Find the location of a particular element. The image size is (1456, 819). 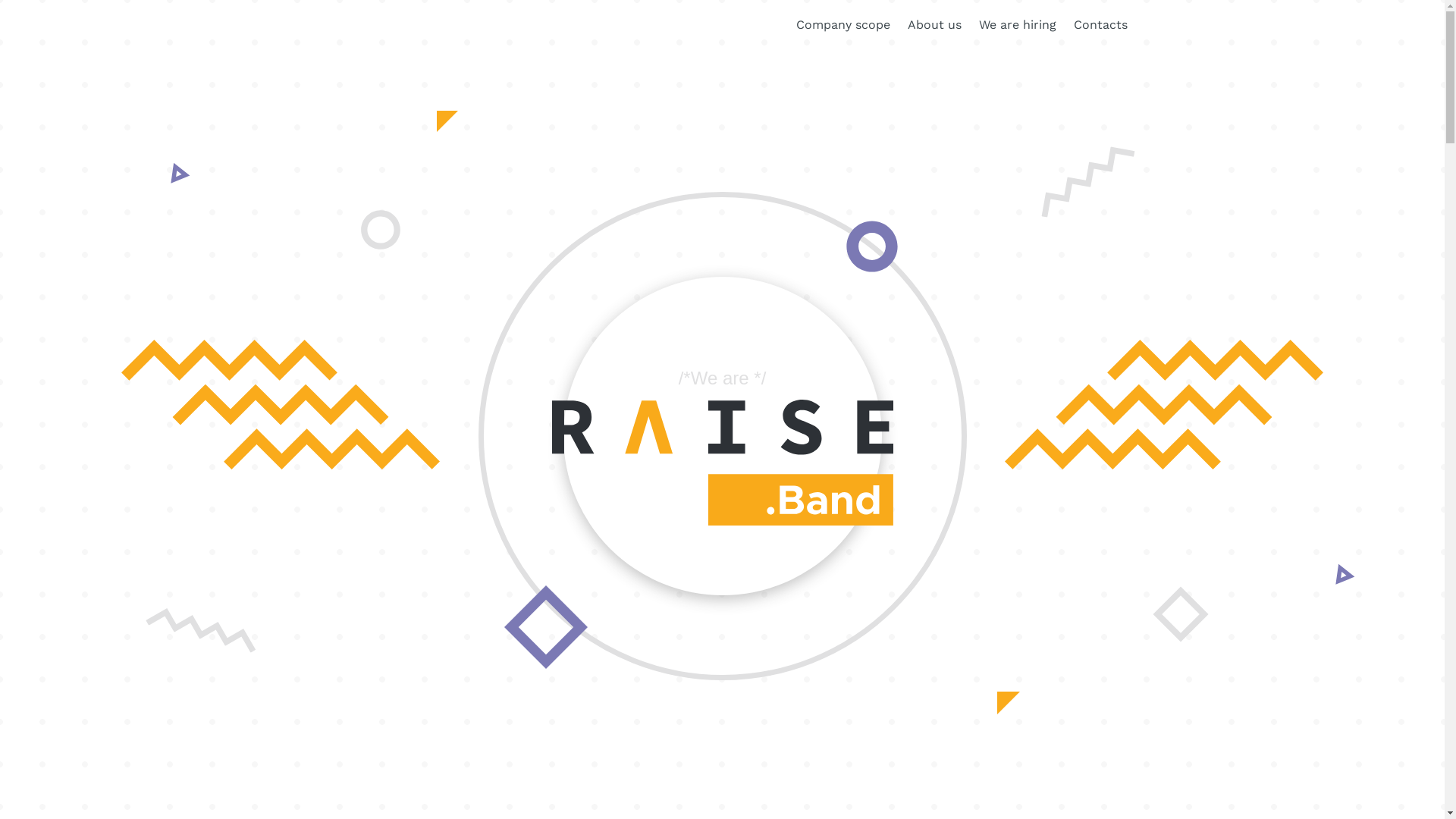

'Company scope' is located at coordinates (843, 24).